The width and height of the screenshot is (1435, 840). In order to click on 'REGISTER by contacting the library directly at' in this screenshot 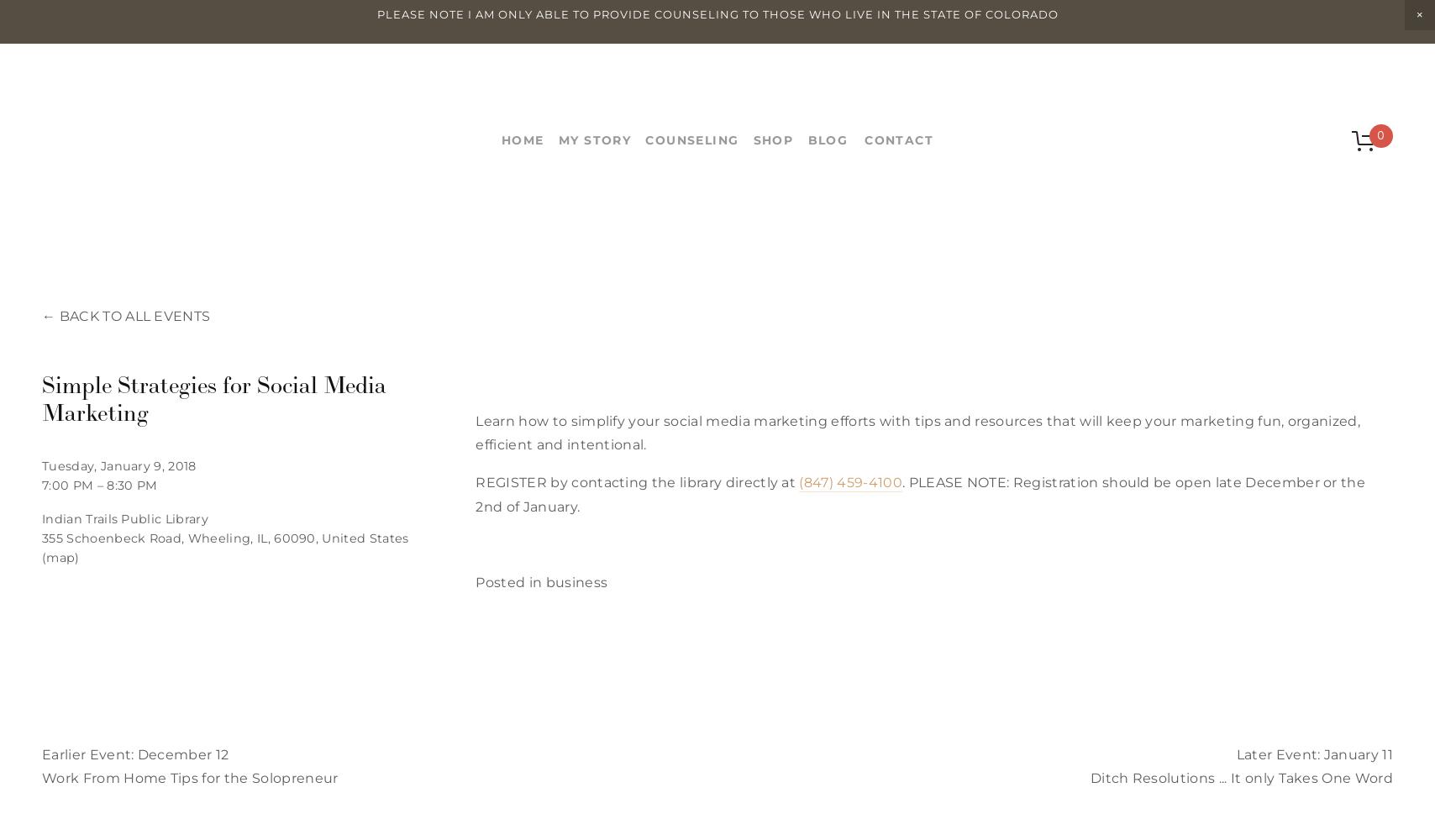, I will do `click(476, 481)`.